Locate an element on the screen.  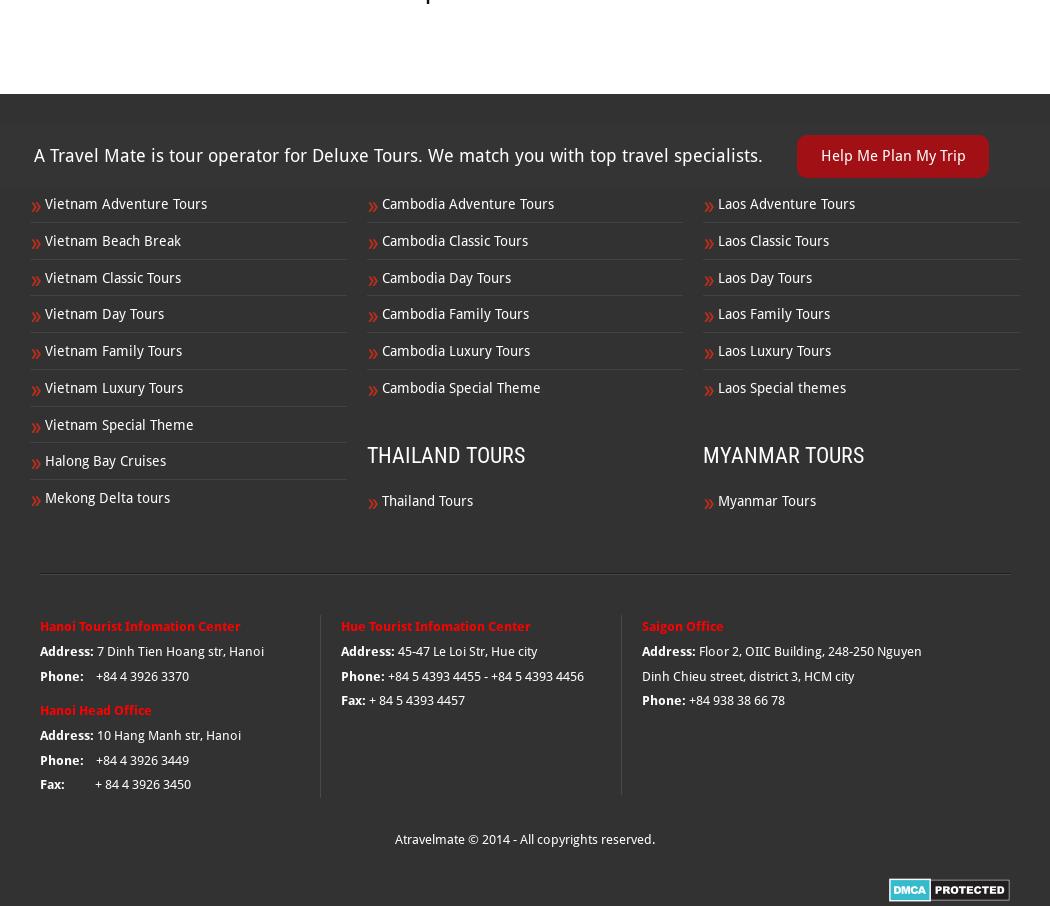
'Laos Adventure Tours' is located at coordinates (786, 203).